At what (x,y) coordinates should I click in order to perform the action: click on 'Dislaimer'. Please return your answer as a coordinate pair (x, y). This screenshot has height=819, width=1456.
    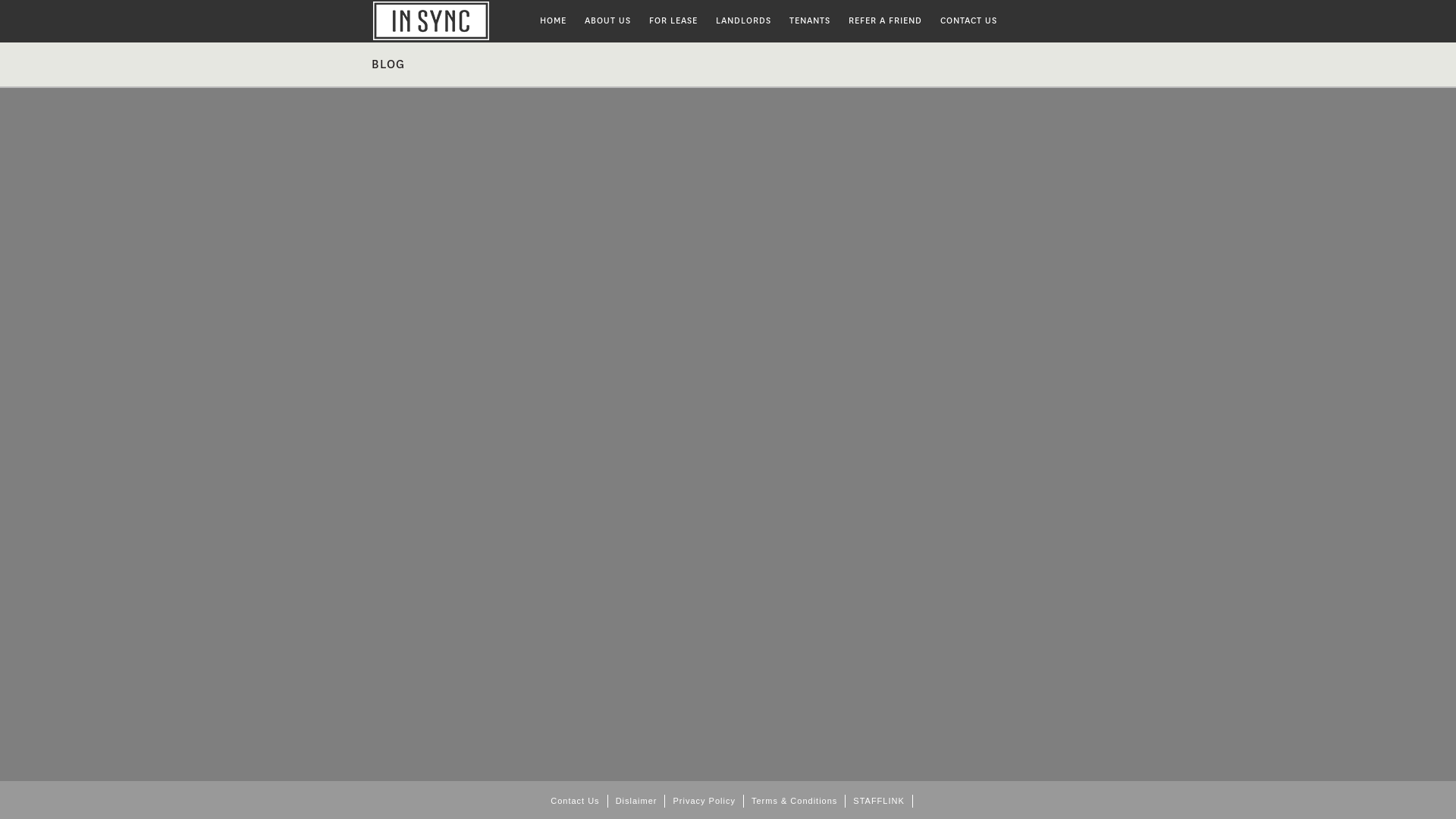
    Looking at the image, I should click on (637, 800).